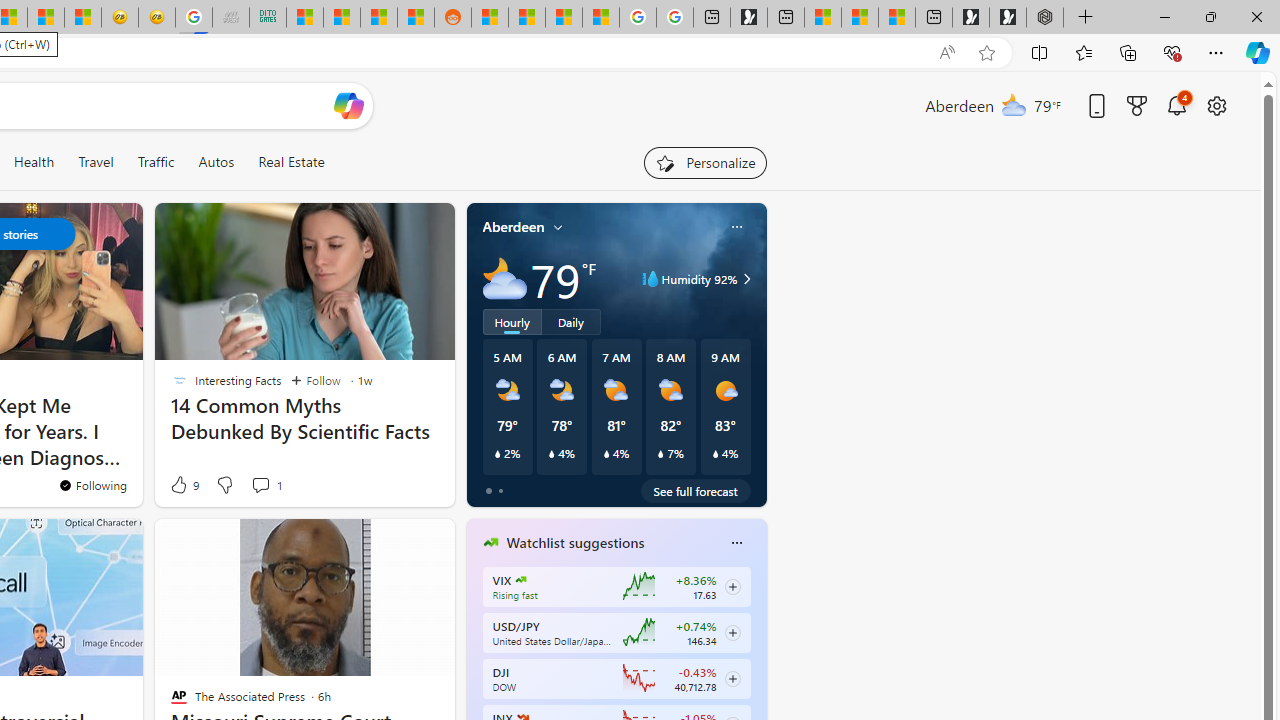  What do you see at coordinates (695, 491) in the screenshot?
I see `'See full forecast'` at bounding box center [695, 491].